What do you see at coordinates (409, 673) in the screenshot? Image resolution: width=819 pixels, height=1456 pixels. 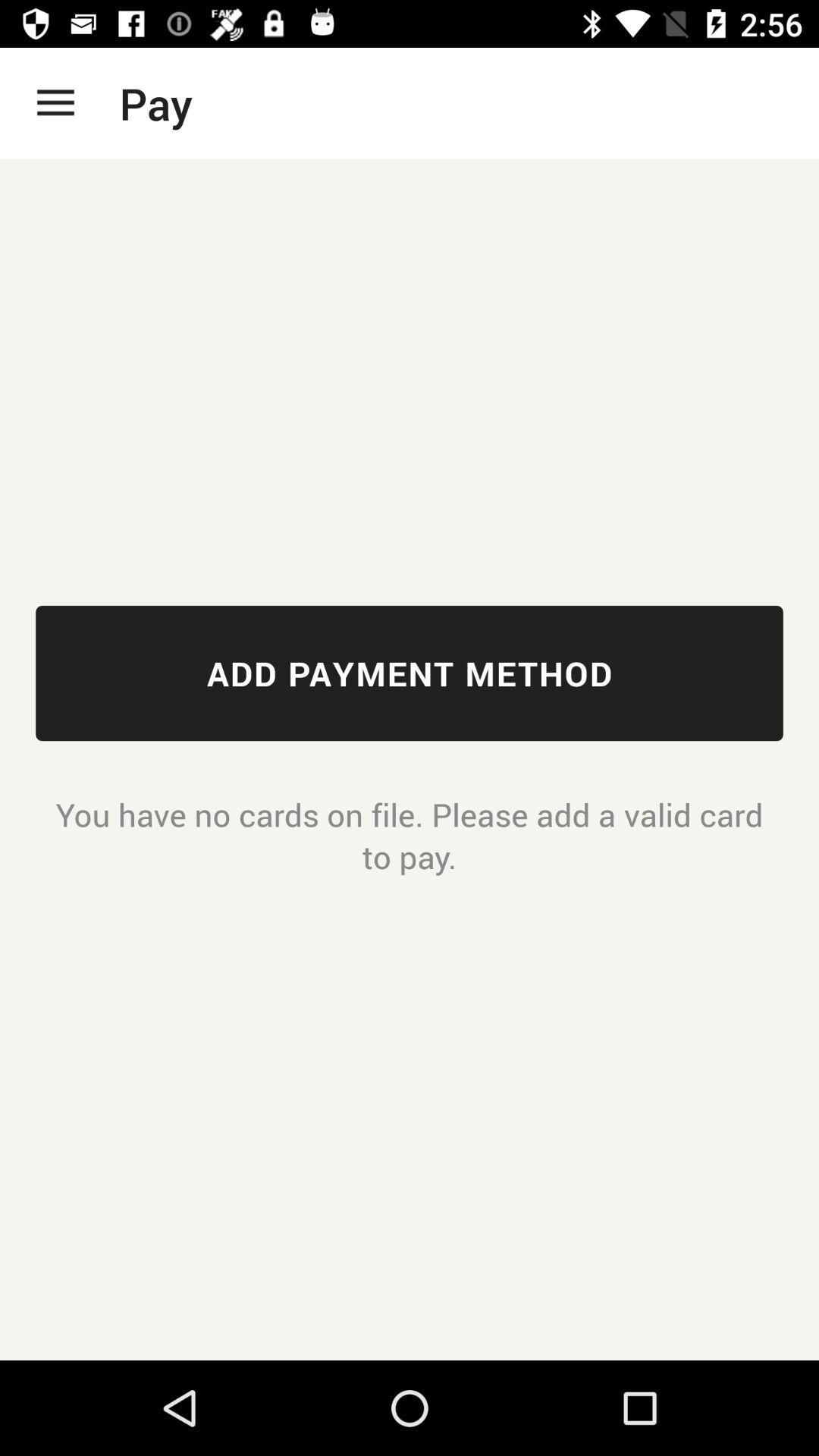 I see `add payment method item` at bounding box center [409, 673].